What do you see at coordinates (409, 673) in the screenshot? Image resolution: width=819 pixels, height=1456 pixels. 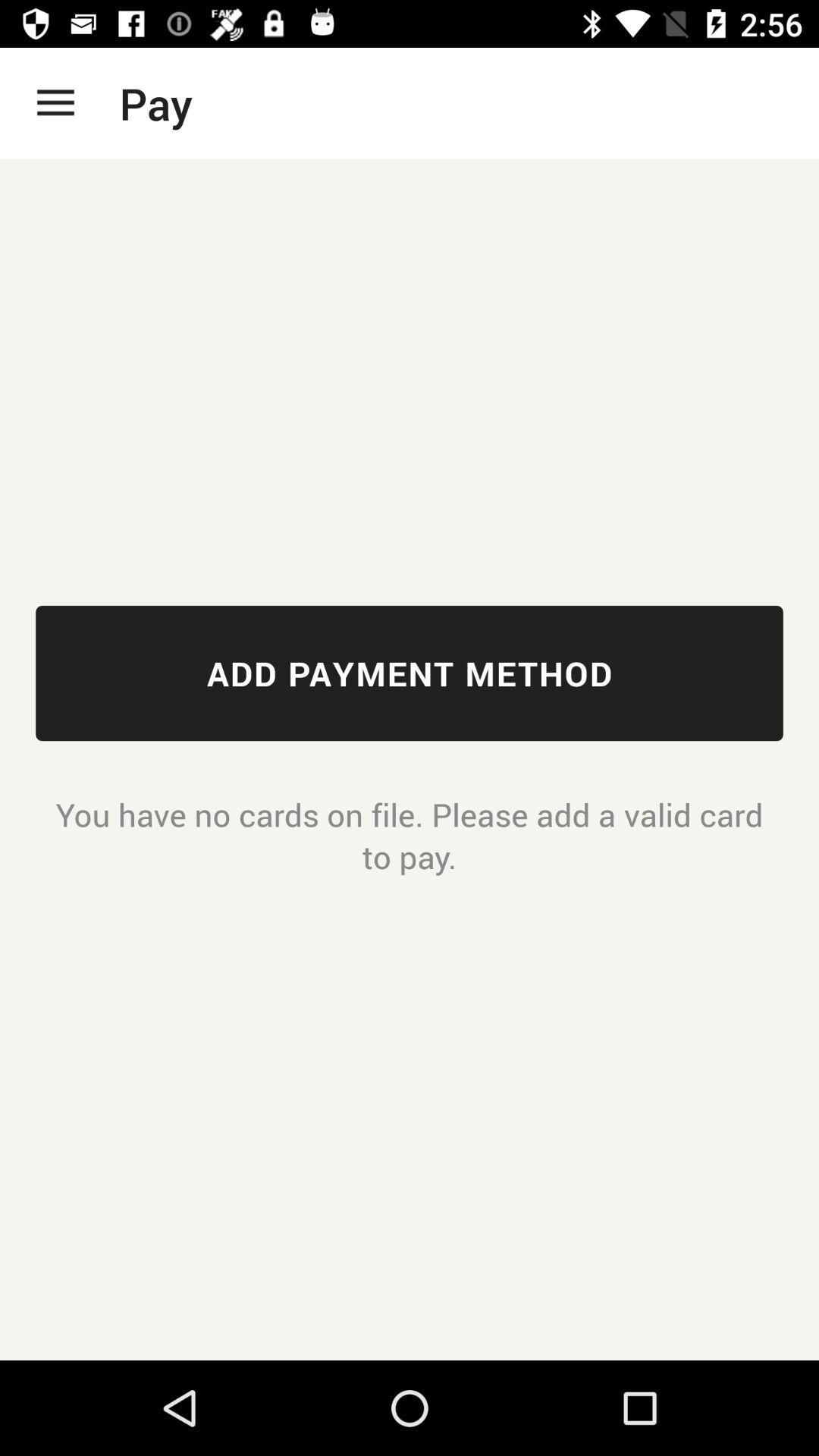 I see `add payment method item` at bounding box center [409, 673].